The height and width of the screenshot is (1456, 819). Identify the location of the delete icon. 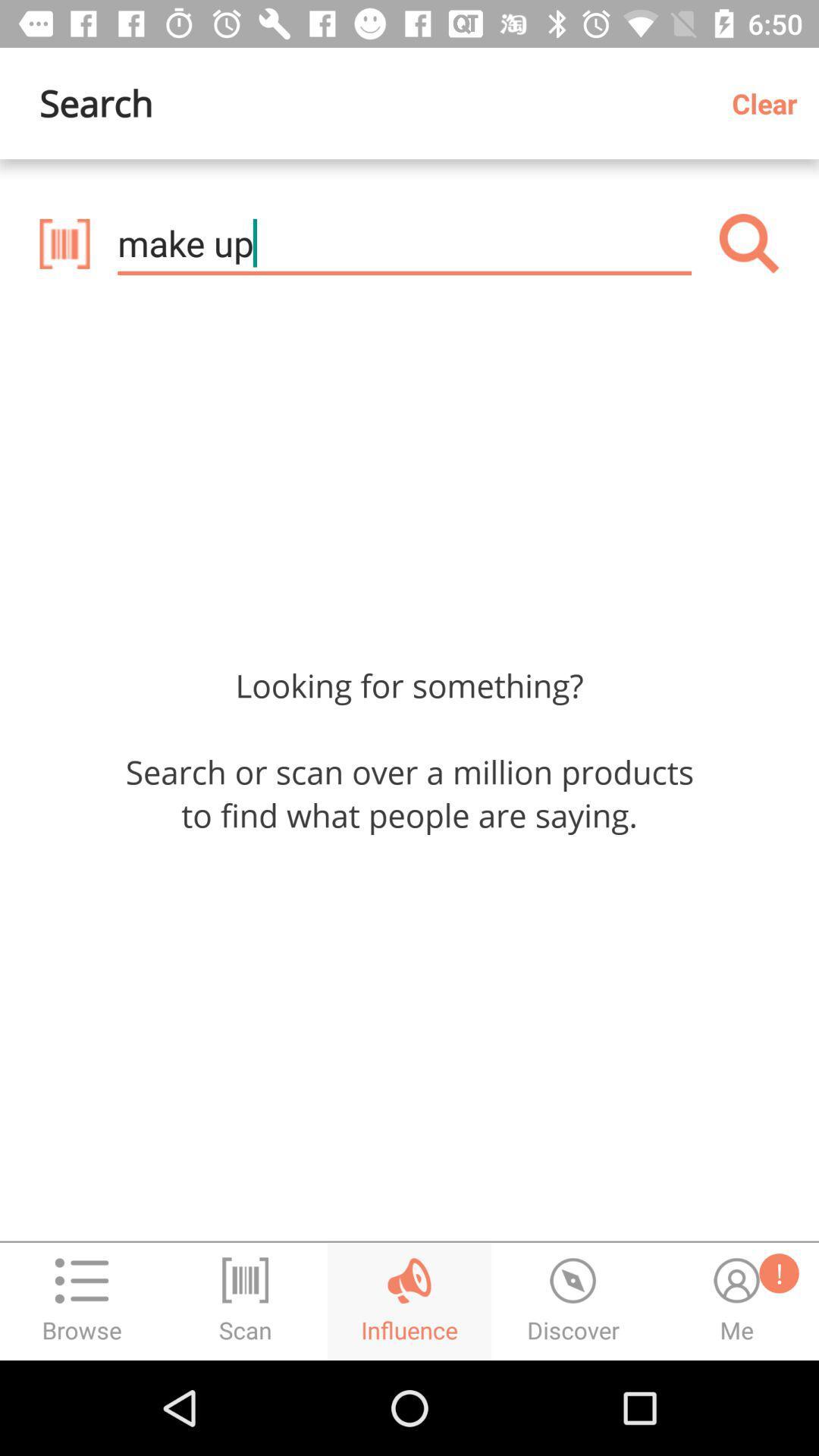
(64, 243).